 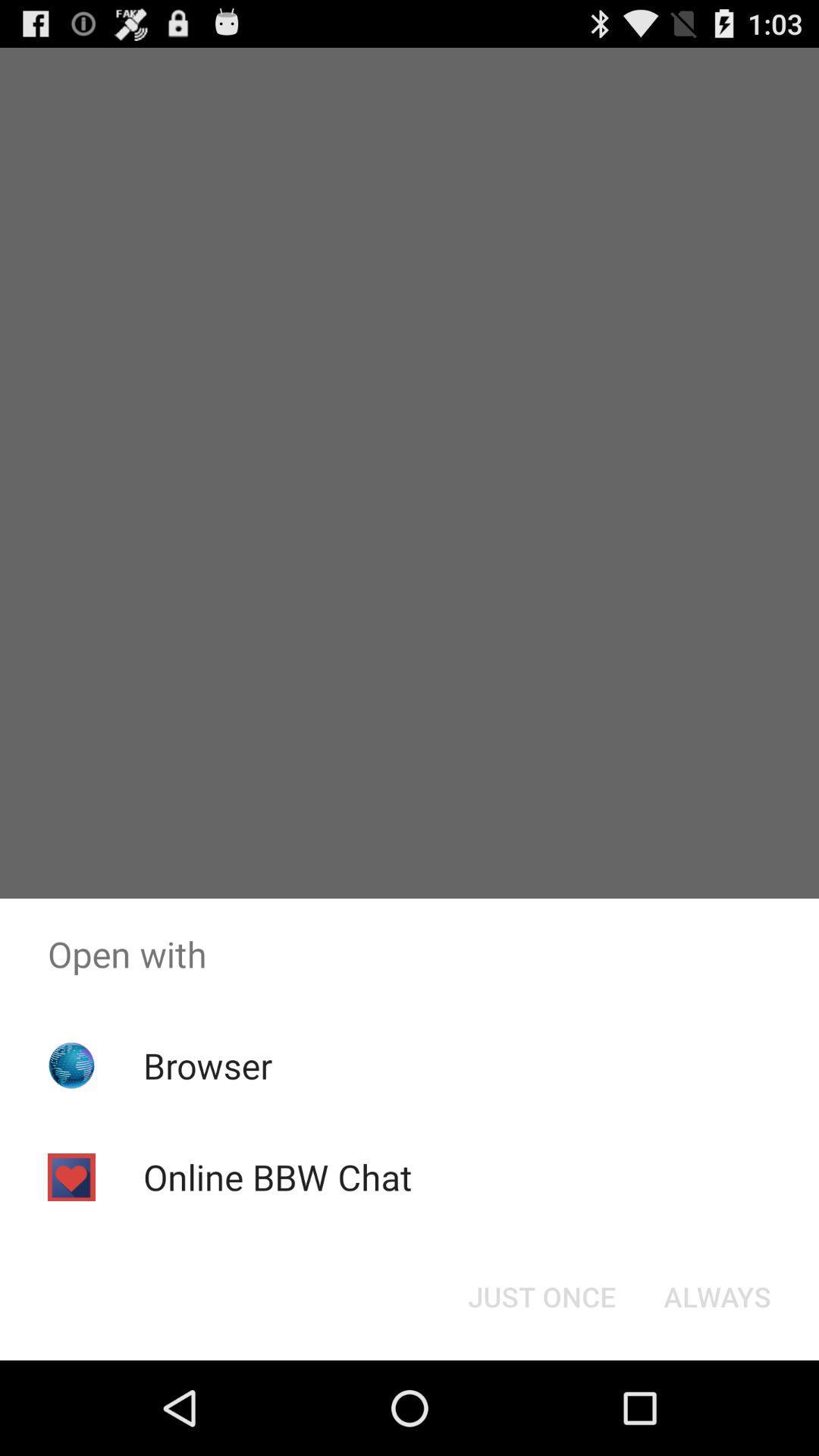 What do you see at coordinates (278, 1176) in the screenshot?
I see `the online bbw chat item` at bounding box center [278, 1176].